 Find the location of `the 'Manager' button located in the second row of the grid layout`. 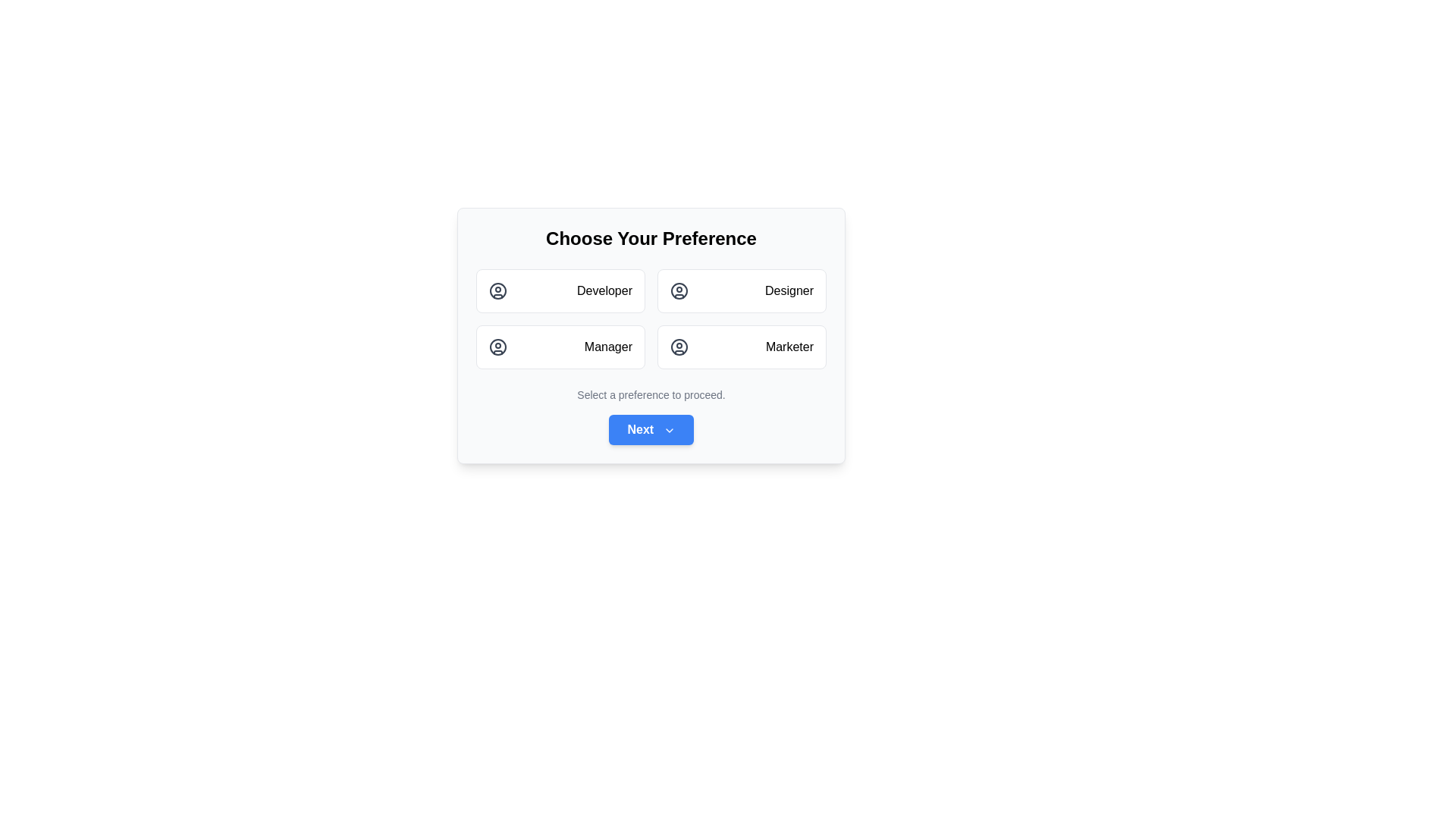

the 'Manager' button located in the second row of the grid layout is located at coordinates (560, 347).